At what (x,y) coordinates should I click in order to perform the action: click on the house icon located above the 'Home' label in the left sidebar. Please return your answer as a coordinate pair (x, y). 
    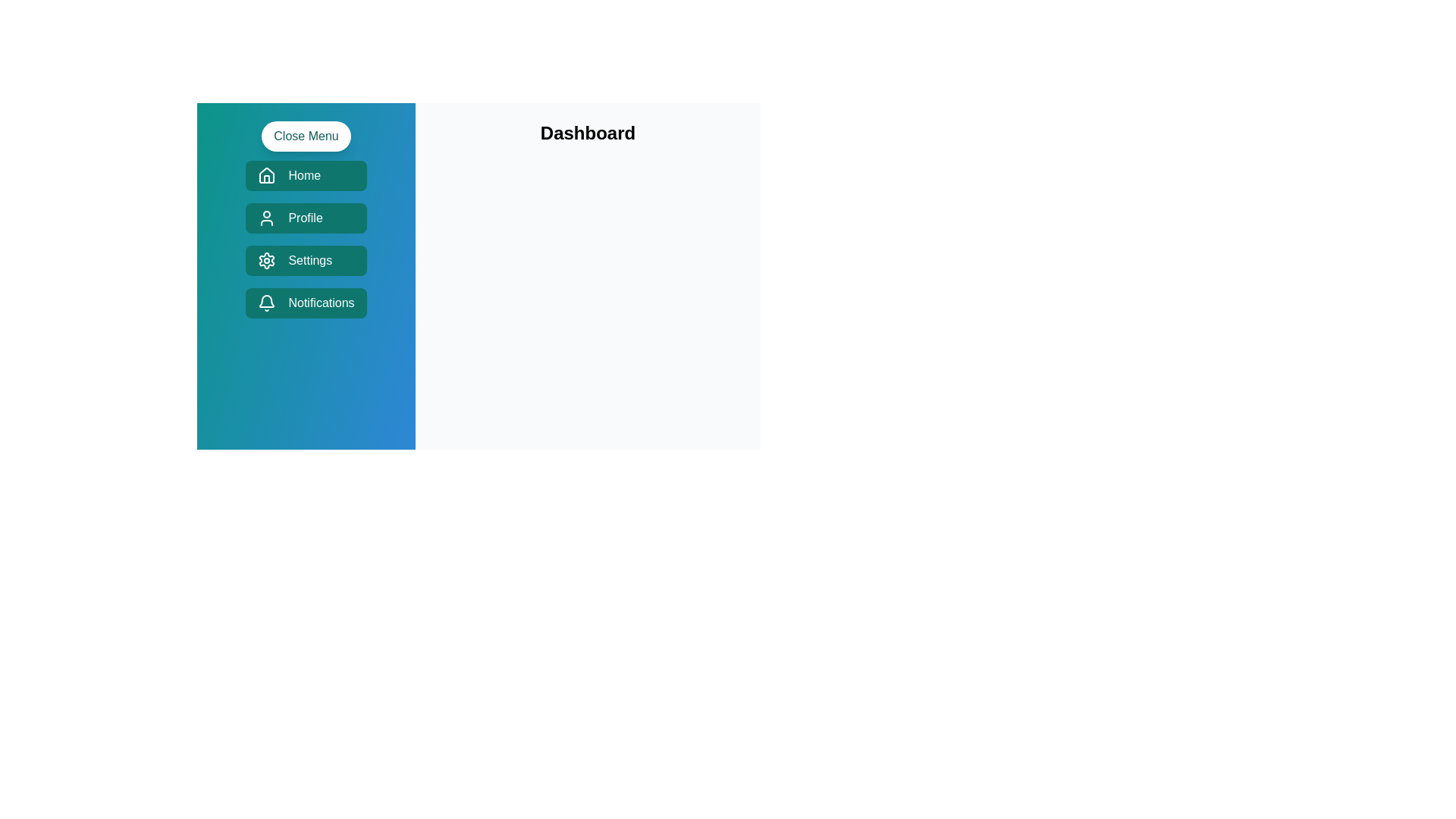
    Looking at the image, I should click on (267, 174).